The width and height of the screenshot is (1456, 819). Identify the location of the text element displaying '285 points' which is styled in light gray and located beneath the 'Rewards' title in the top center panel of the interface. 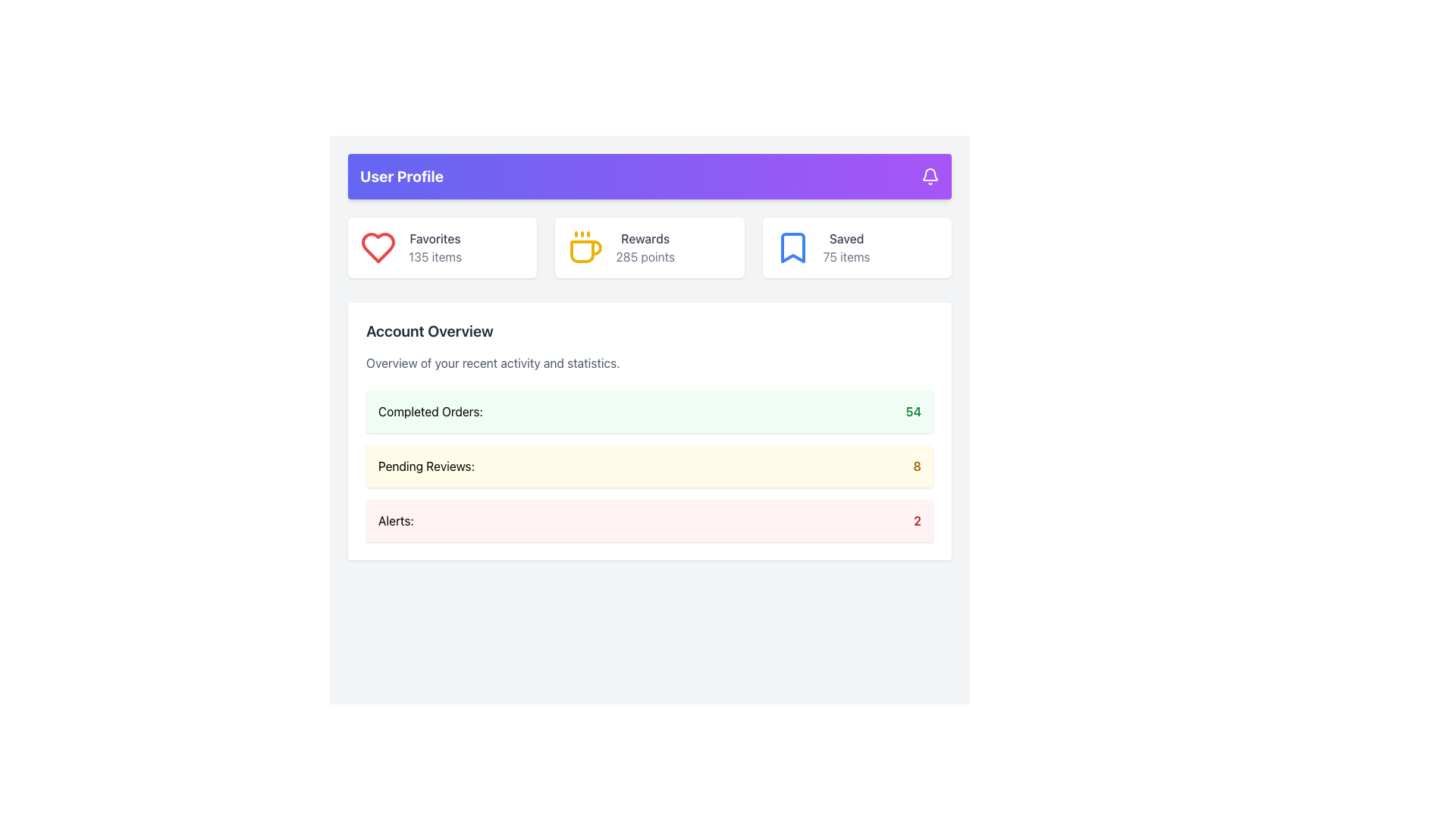
(645, 256).